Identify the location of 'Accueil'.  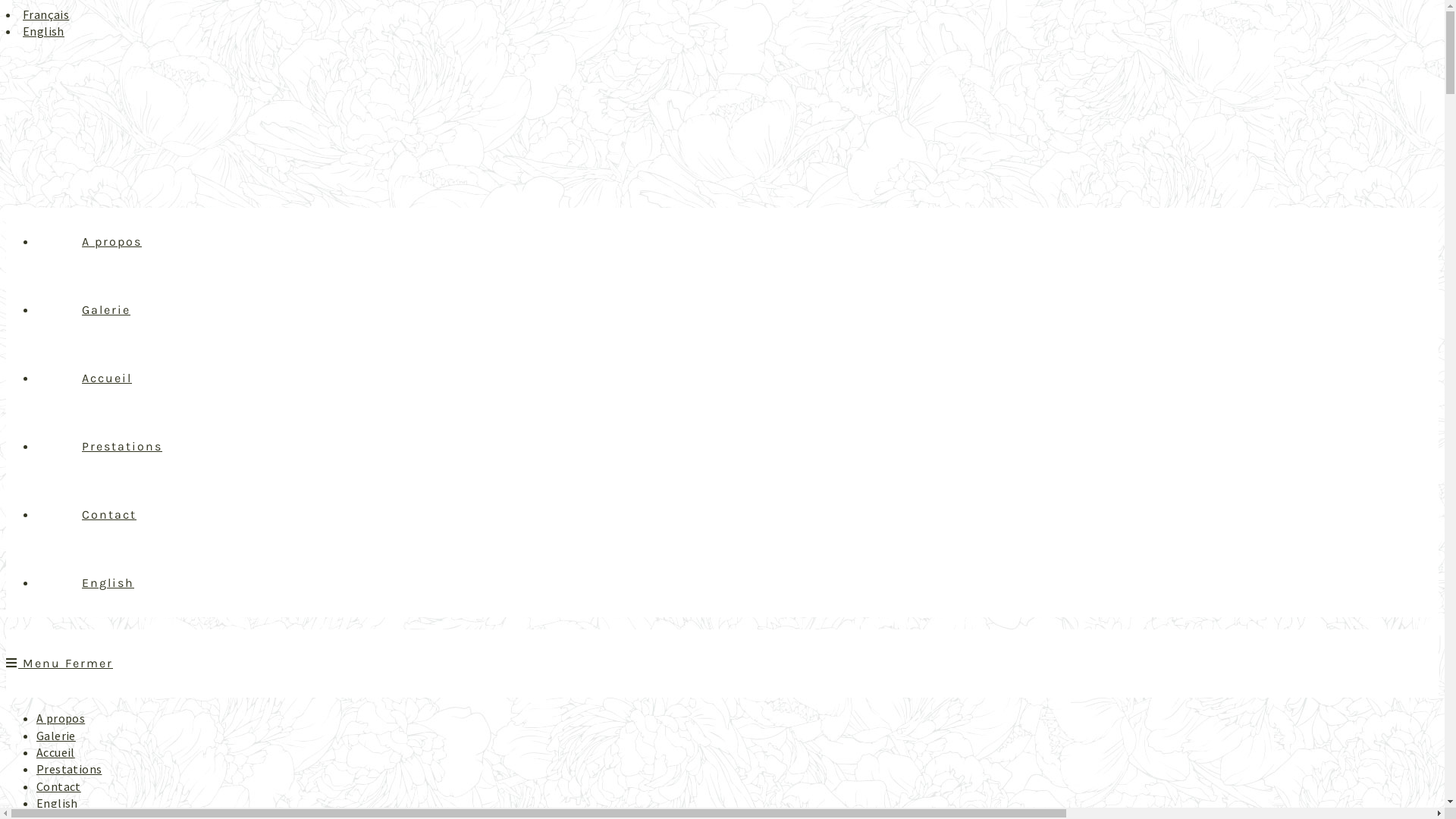
(105, 377).